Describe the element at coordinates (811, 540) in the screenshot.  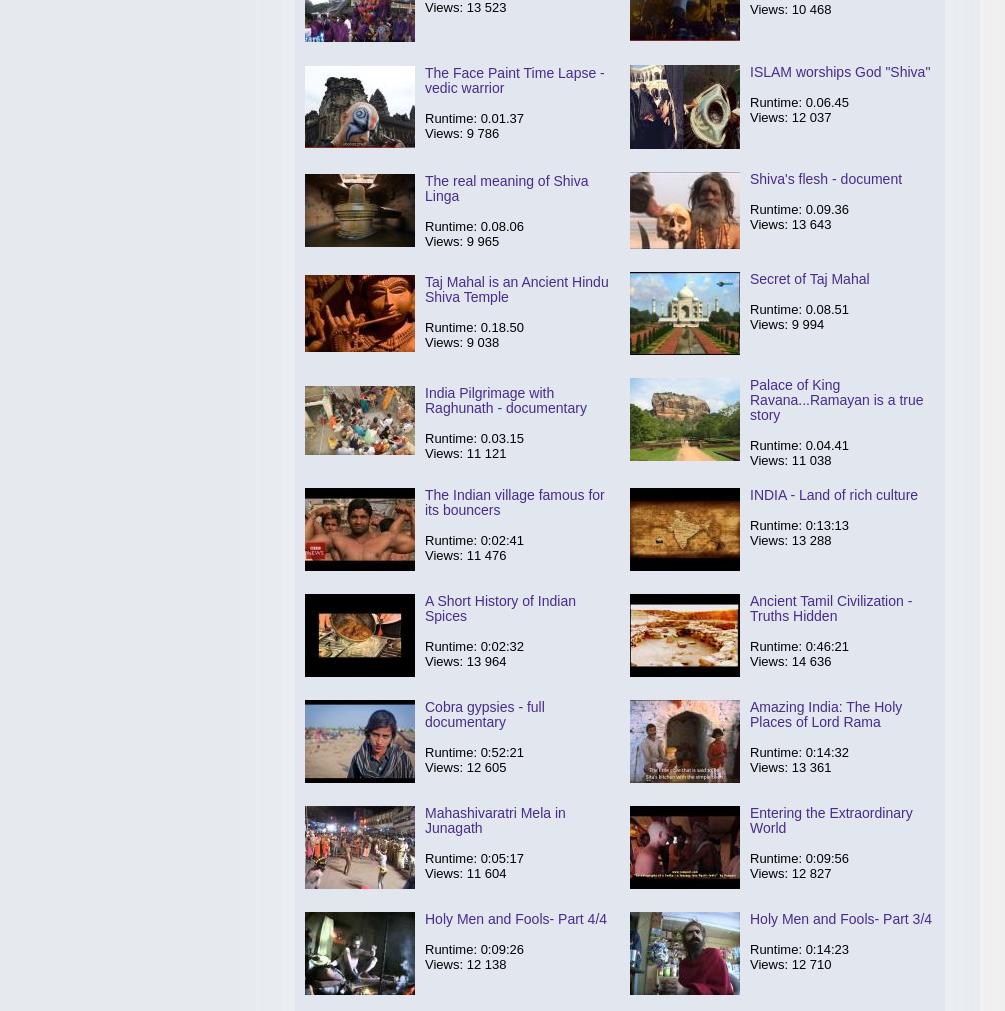
I see `'13 288'` at that location.